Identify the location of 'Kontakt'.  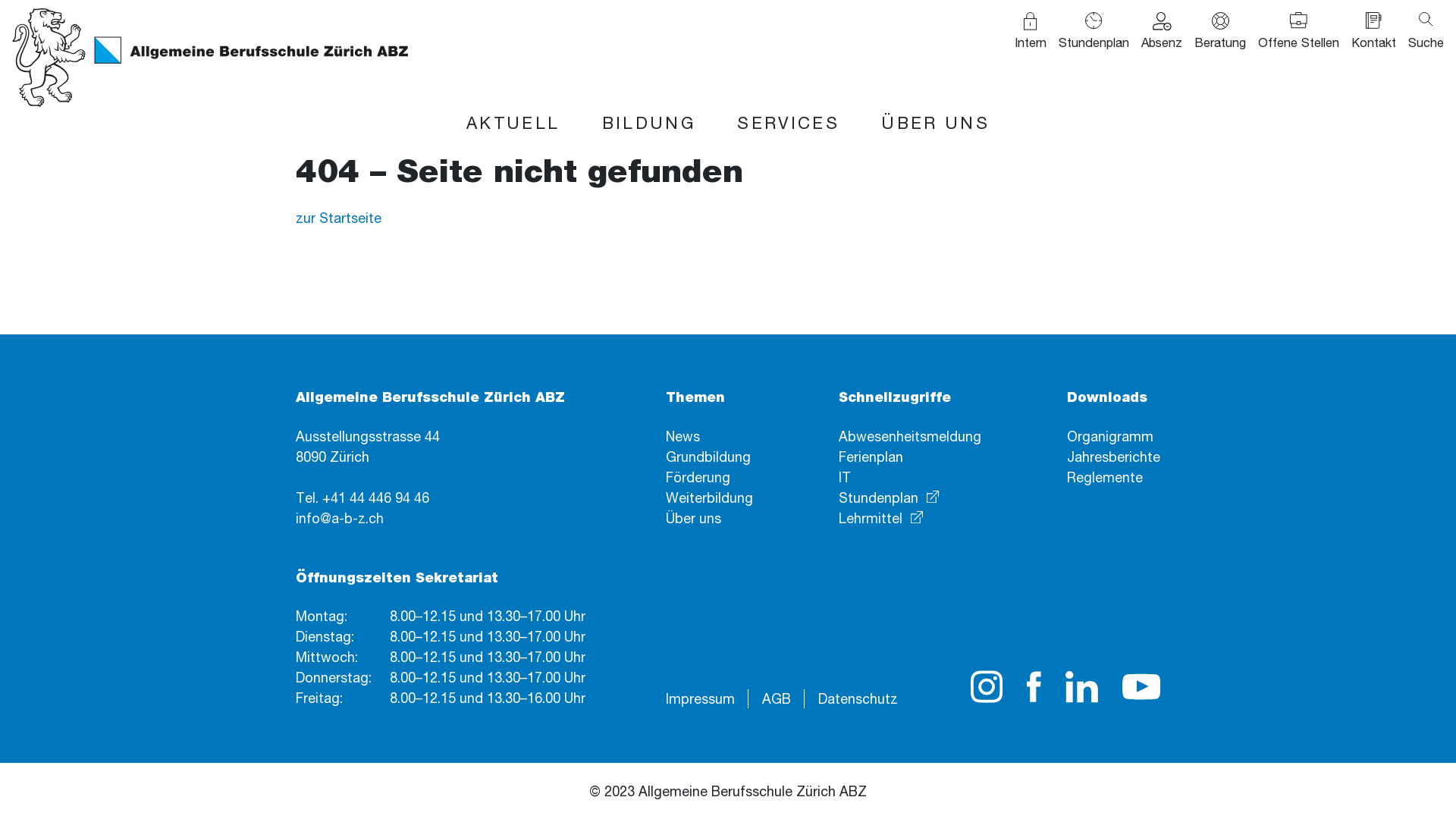
(1373, 32).